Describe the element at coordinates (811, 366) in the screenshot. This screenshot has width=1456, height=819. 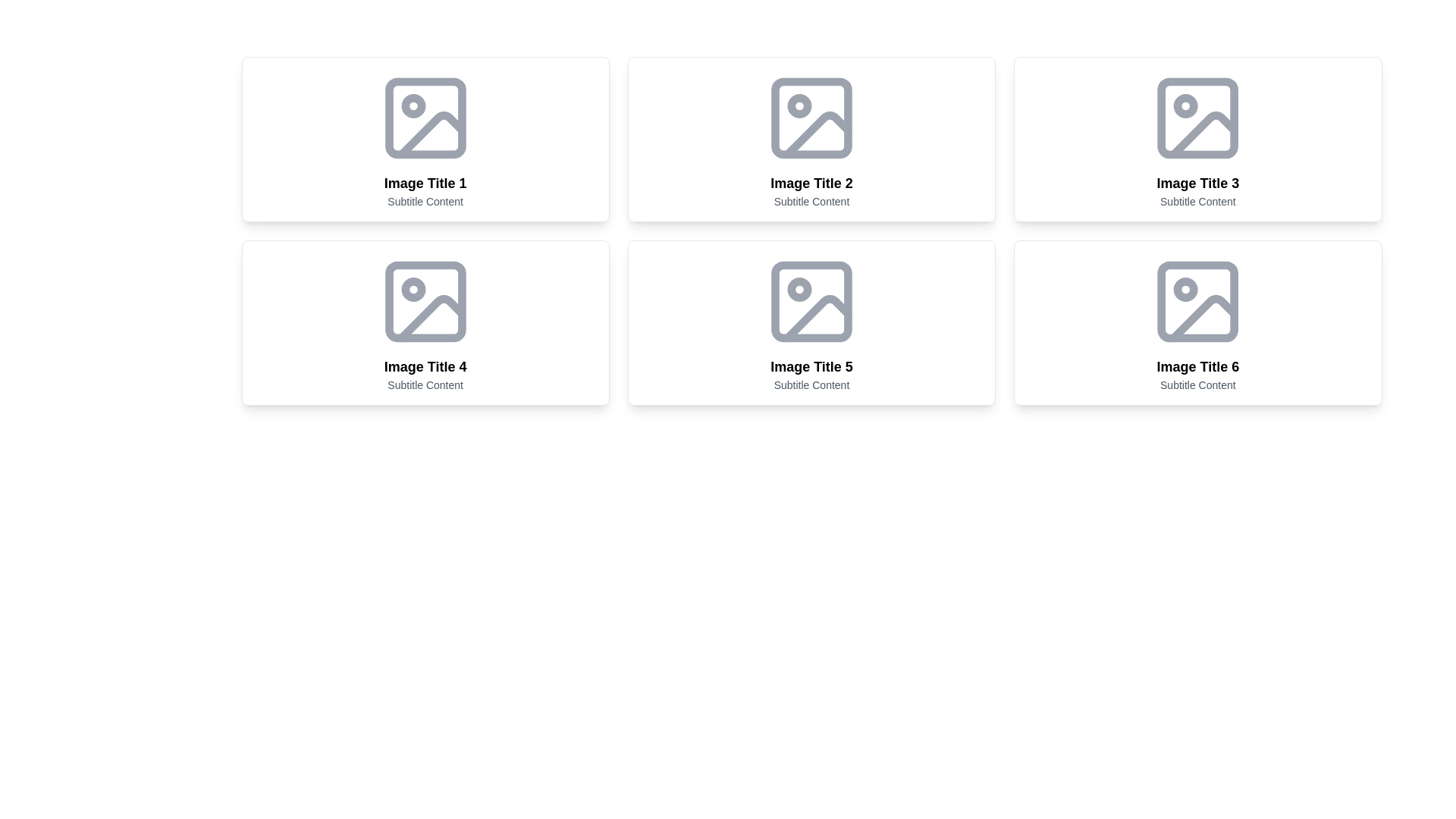
I see `the primary title text within the card` at that location.